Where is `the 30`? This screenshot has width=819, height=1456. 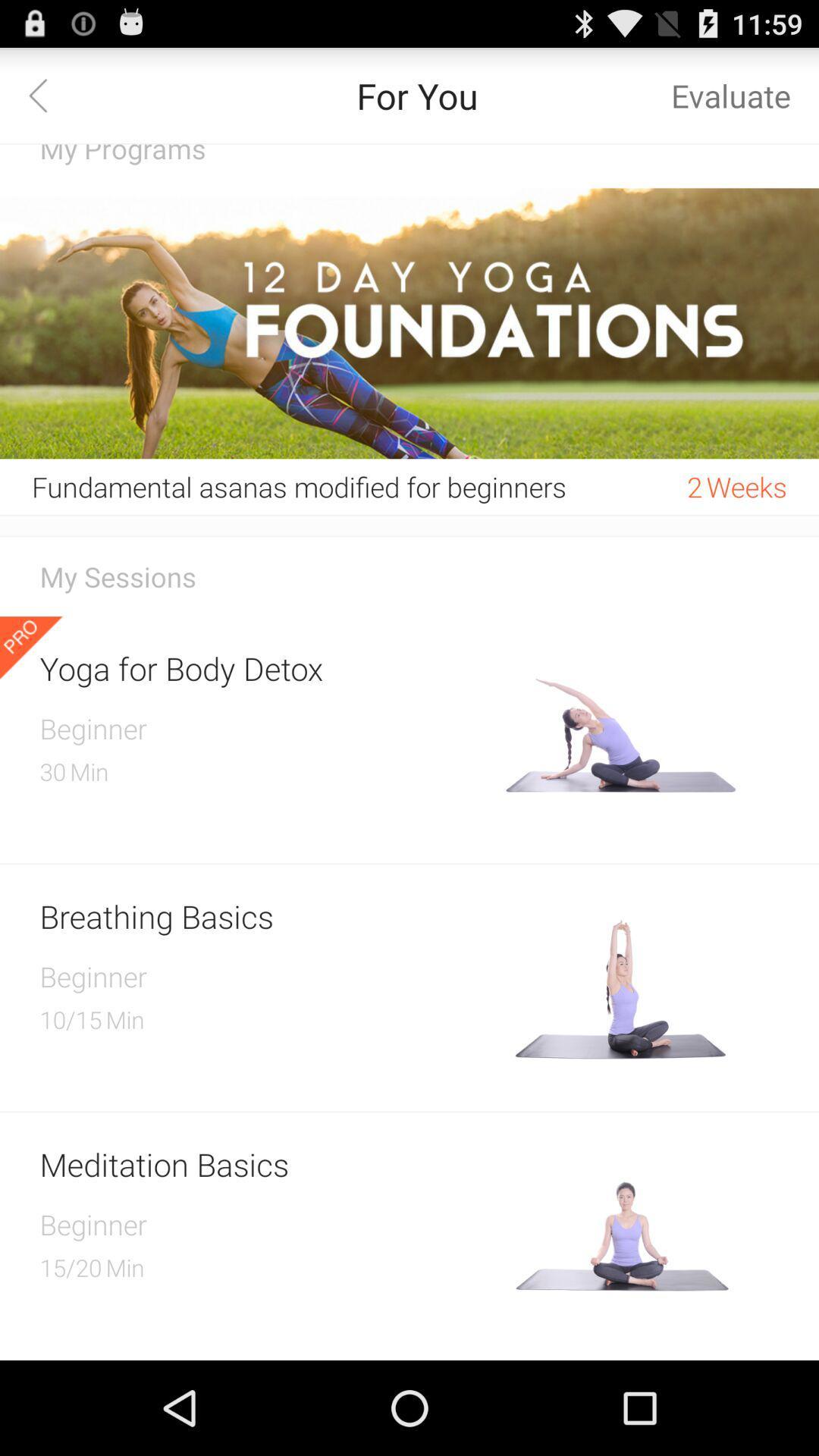 the 30 is located at coordinates (52, 771).